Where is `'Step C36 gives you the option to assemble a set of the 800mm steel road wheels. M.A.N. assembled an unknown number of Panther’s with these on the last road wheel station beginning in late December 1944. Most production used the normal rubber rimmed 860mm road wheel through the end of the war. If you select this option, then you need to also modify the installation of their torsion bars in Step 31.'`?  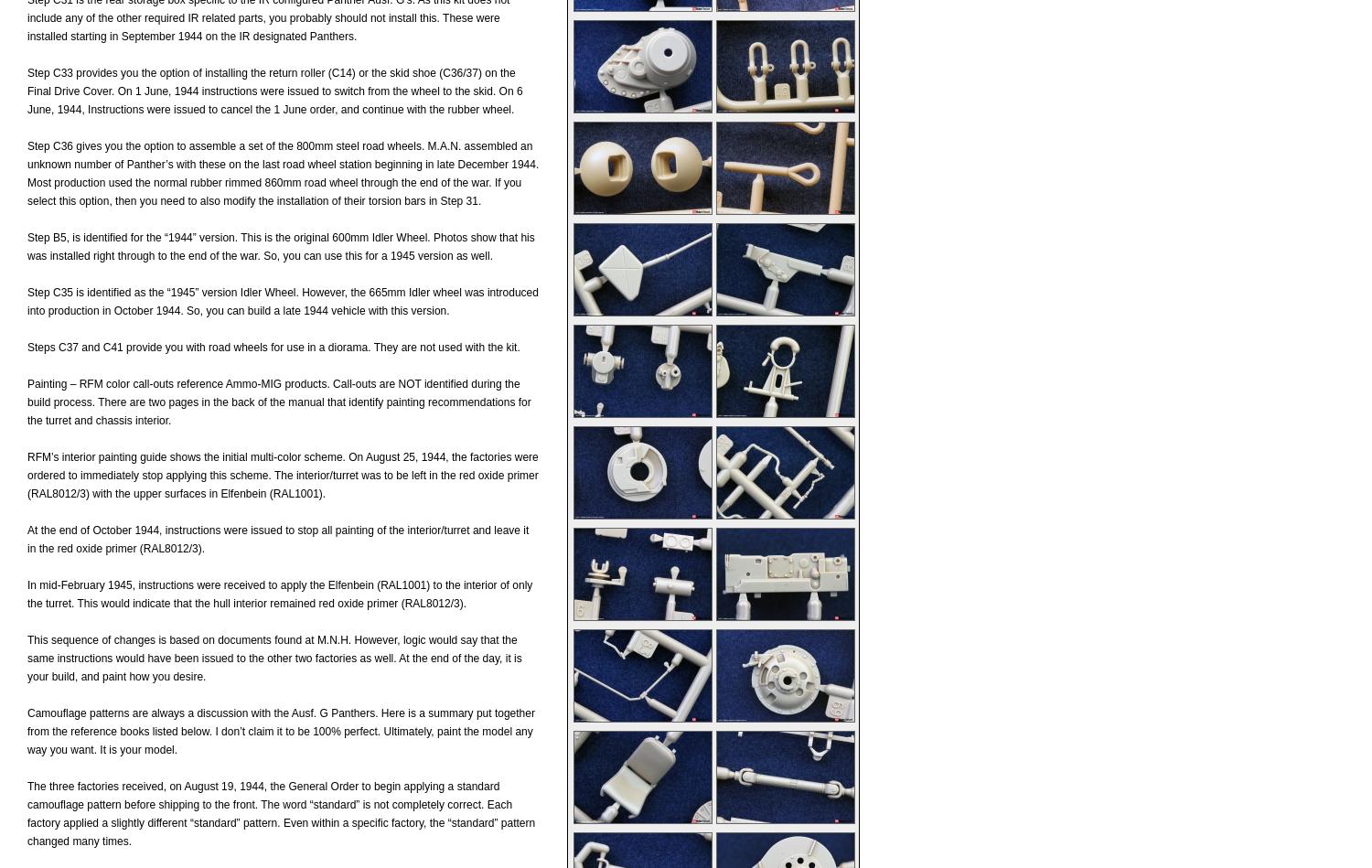 'Step C36 gives you the option to assemble a set of the 800mm steel road wheels. M.A.N. assembled an unknown number of Panther’s with these on the last road wheel station beginning in late December 1944. Most production used the normal rubber rimmed 860mm road wheel through the end of the war. If you select this option, then you need to also modify the installation of their torsion bars in Step 31.' is located at coordinates (283, 172).